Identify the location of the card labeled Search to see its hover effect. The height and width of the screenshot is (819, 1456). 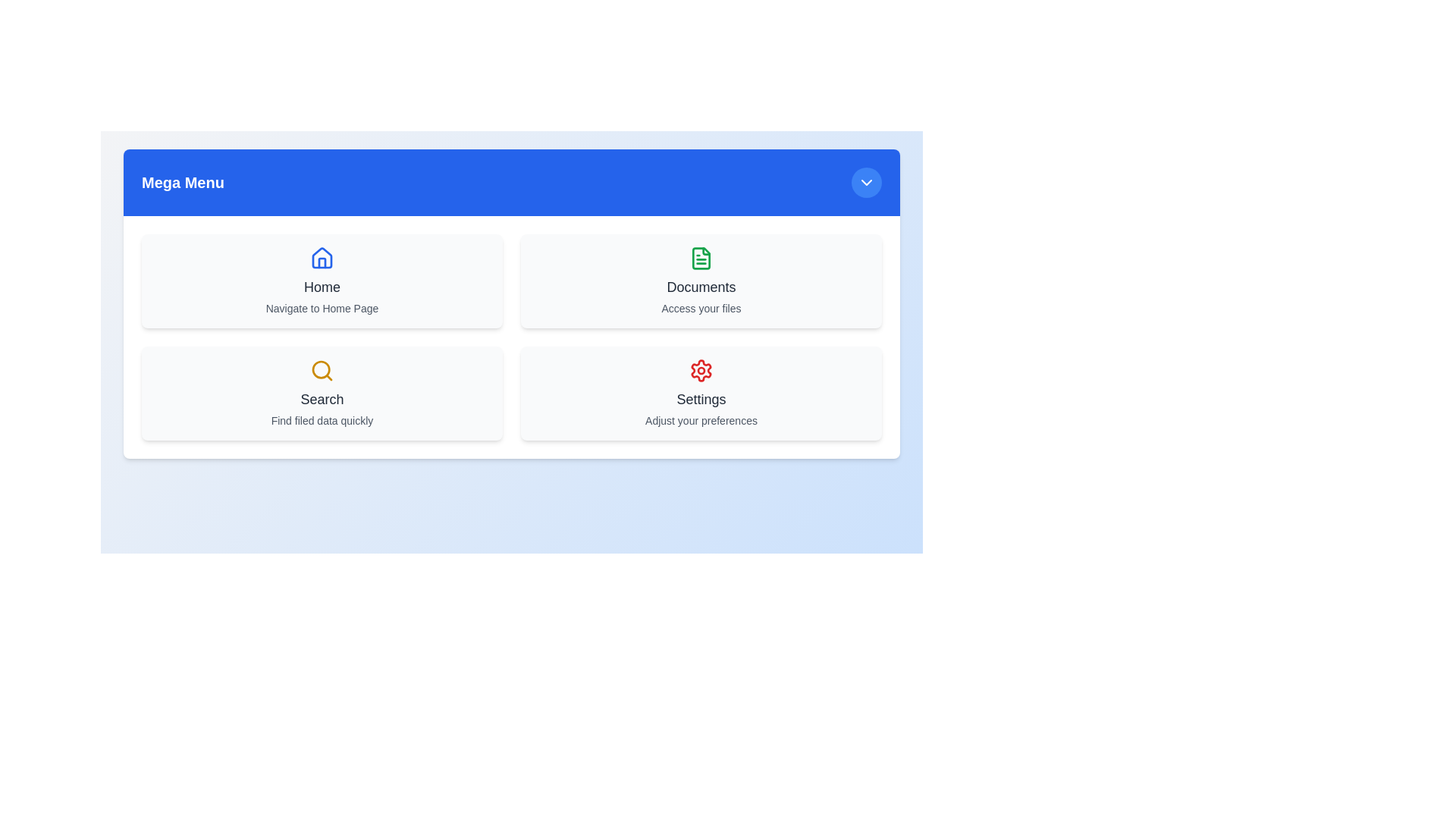
(322, 393).